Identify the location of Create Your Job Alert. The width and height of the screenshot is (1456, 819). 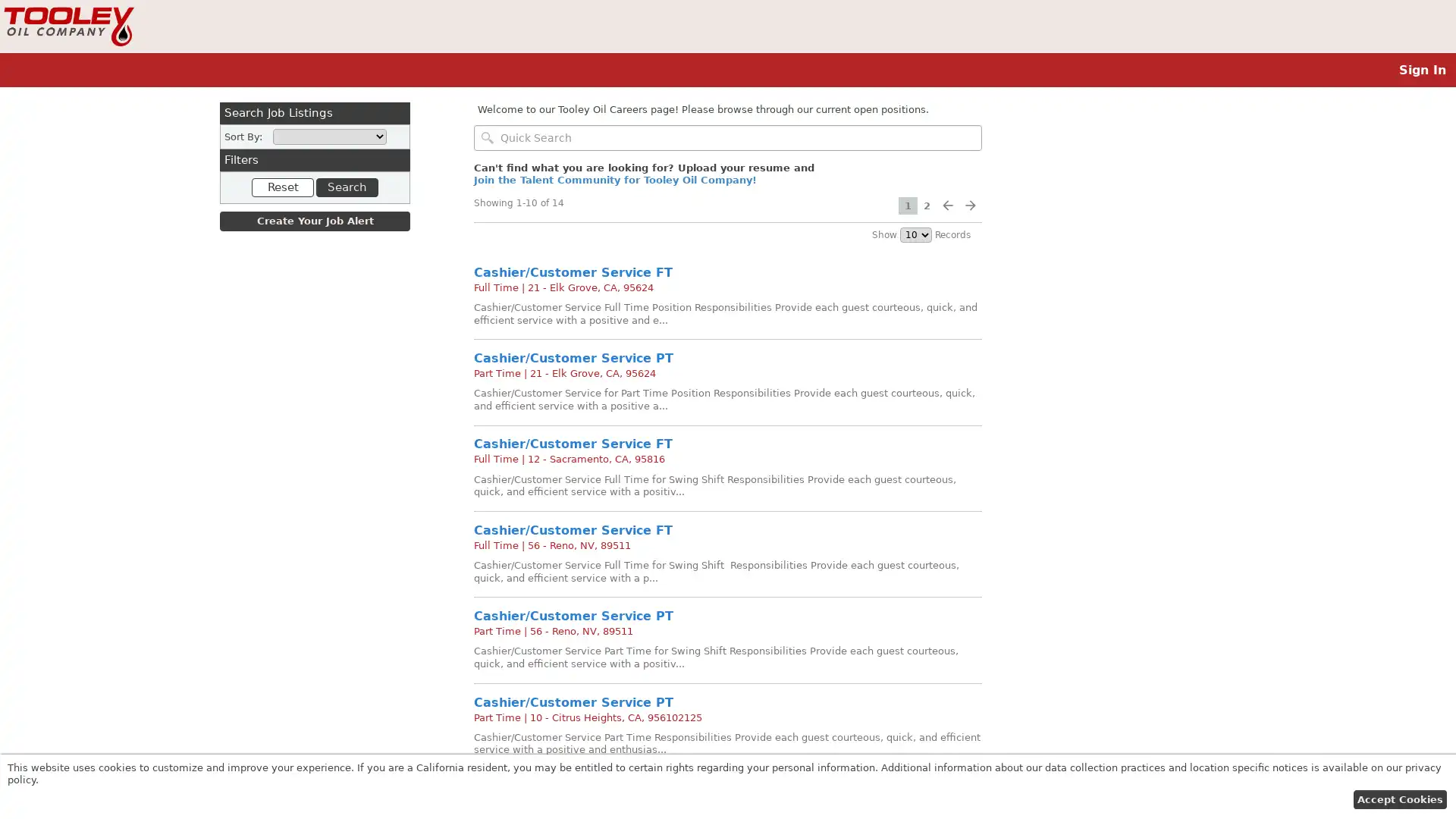
(314, 221).